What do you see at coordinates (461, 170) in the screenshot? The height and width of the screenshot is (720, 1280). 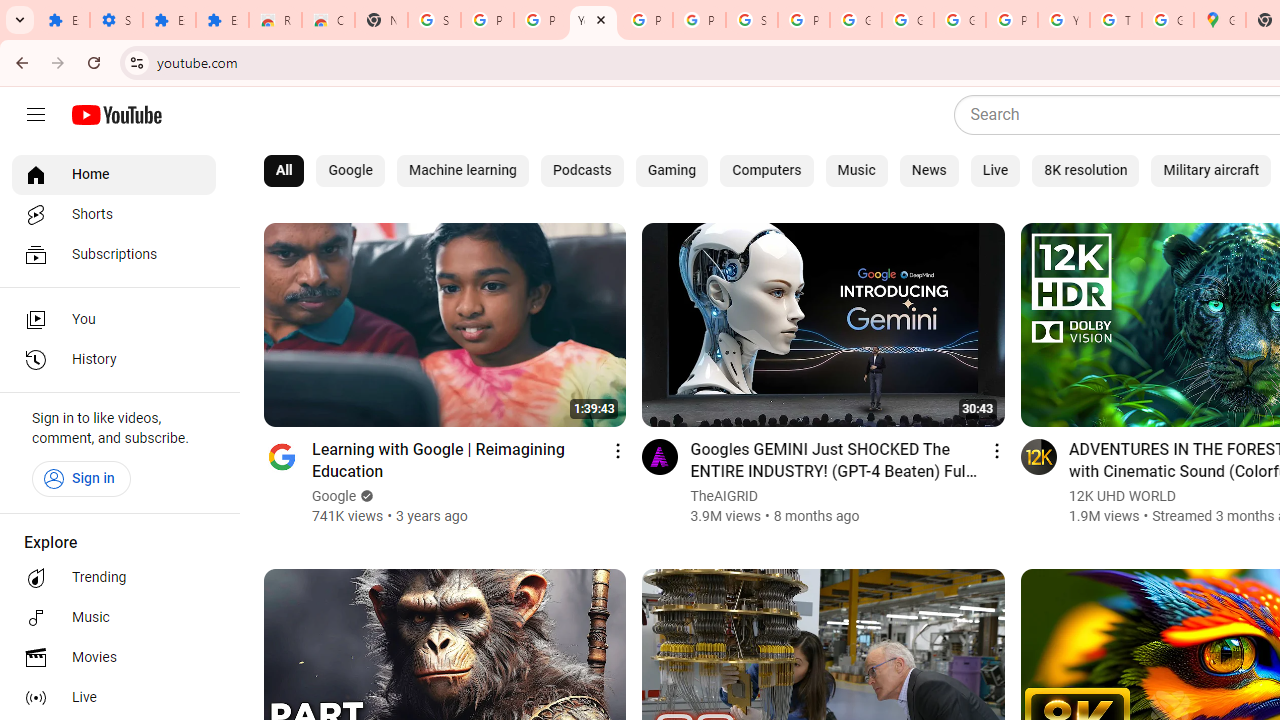 I see `'Machine learning'` at bounding box center [461, 170].